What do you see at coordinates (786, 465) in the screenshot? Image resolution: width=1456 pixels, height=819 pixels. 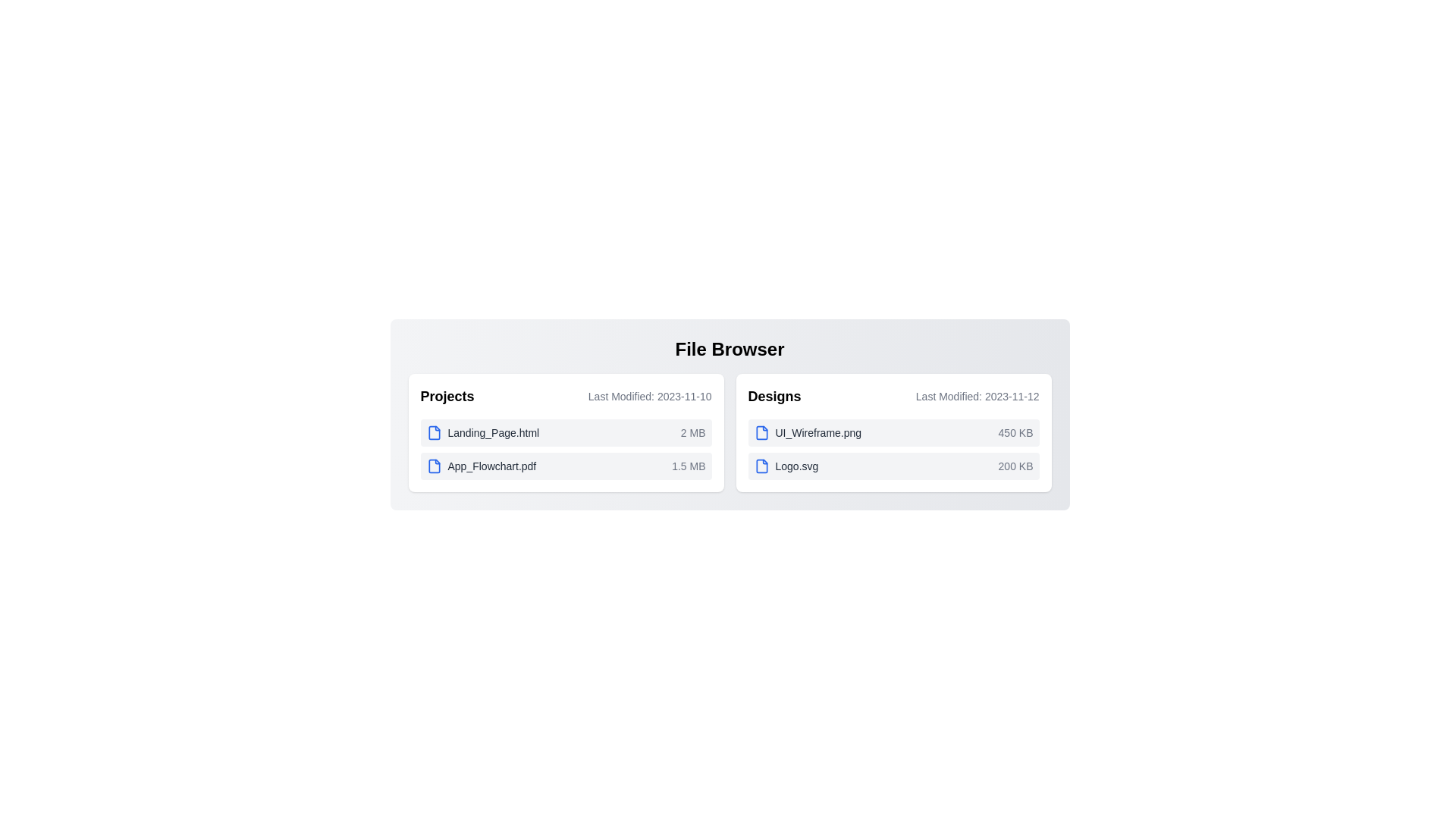 I see `the file named Logo.svg to select it` at bounding box center [786, 465].